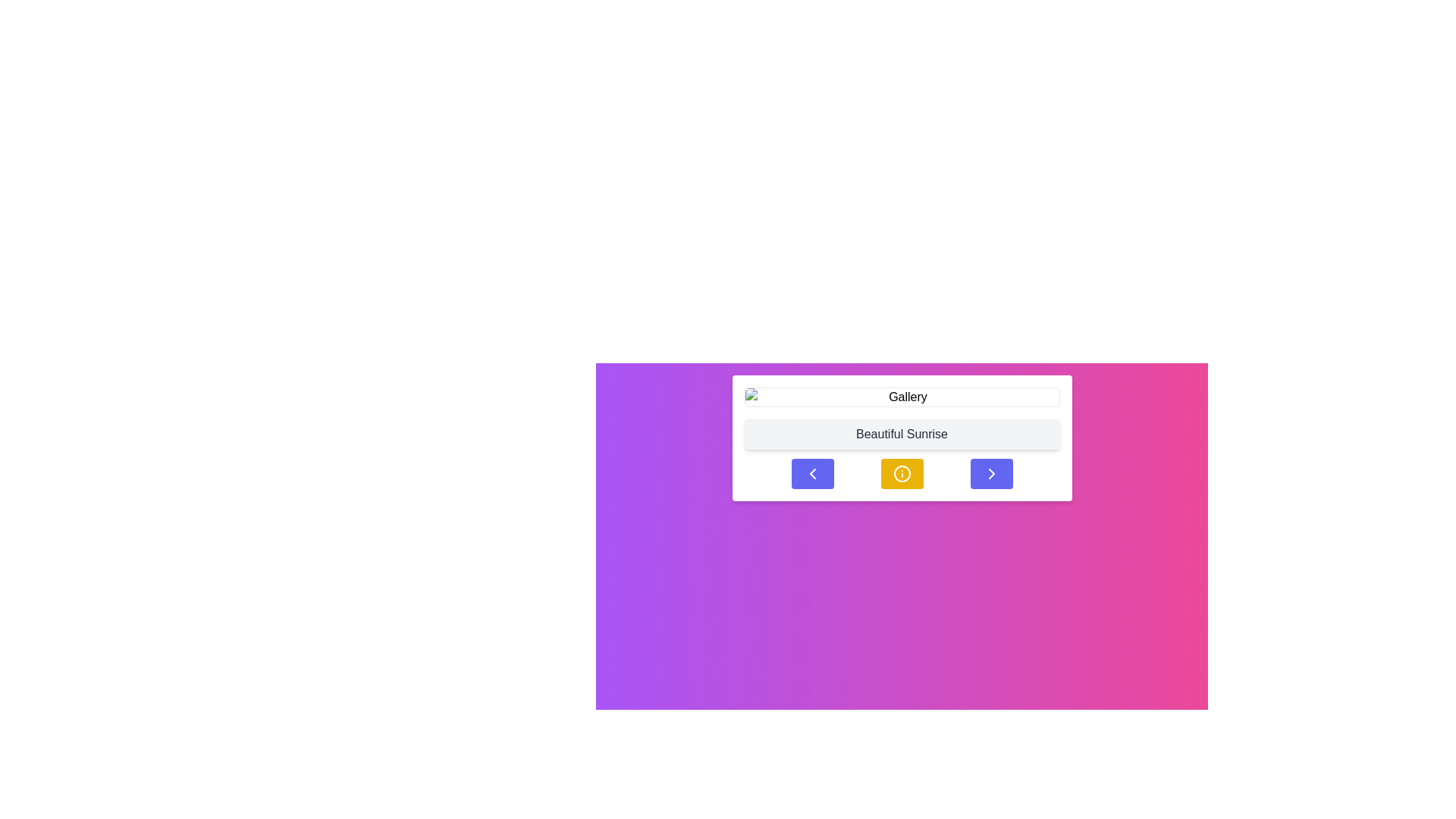 Image resolution: width=1456 pixels, height=819 pixels. Describe the element at coordinates (902, 435) in the screenshot. I see `the Text Display element located below the 'Gallery' image placeholder and above the row of buttons` at that location.